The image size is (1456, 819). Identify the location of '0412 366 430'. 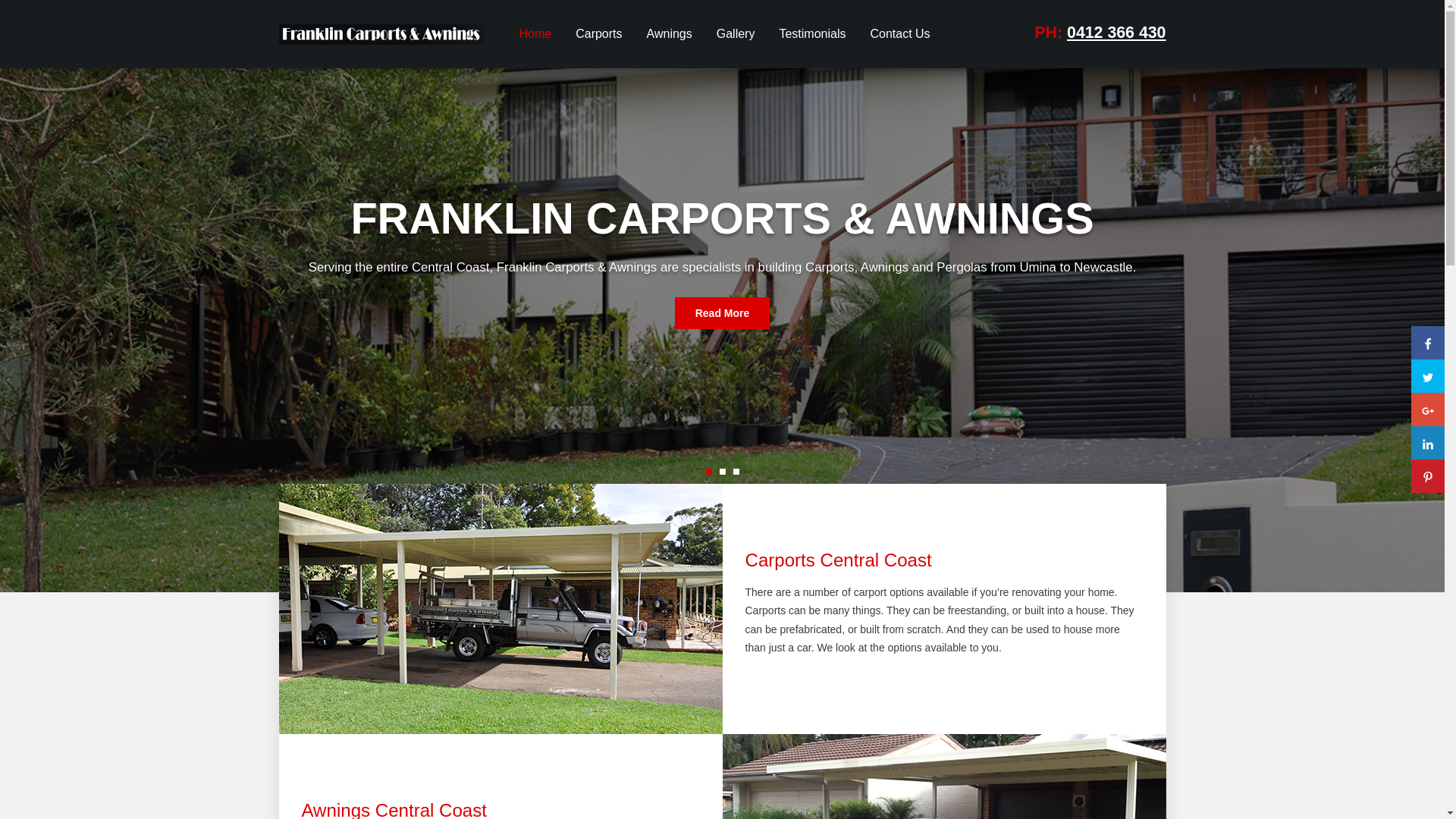
(1116, 32).